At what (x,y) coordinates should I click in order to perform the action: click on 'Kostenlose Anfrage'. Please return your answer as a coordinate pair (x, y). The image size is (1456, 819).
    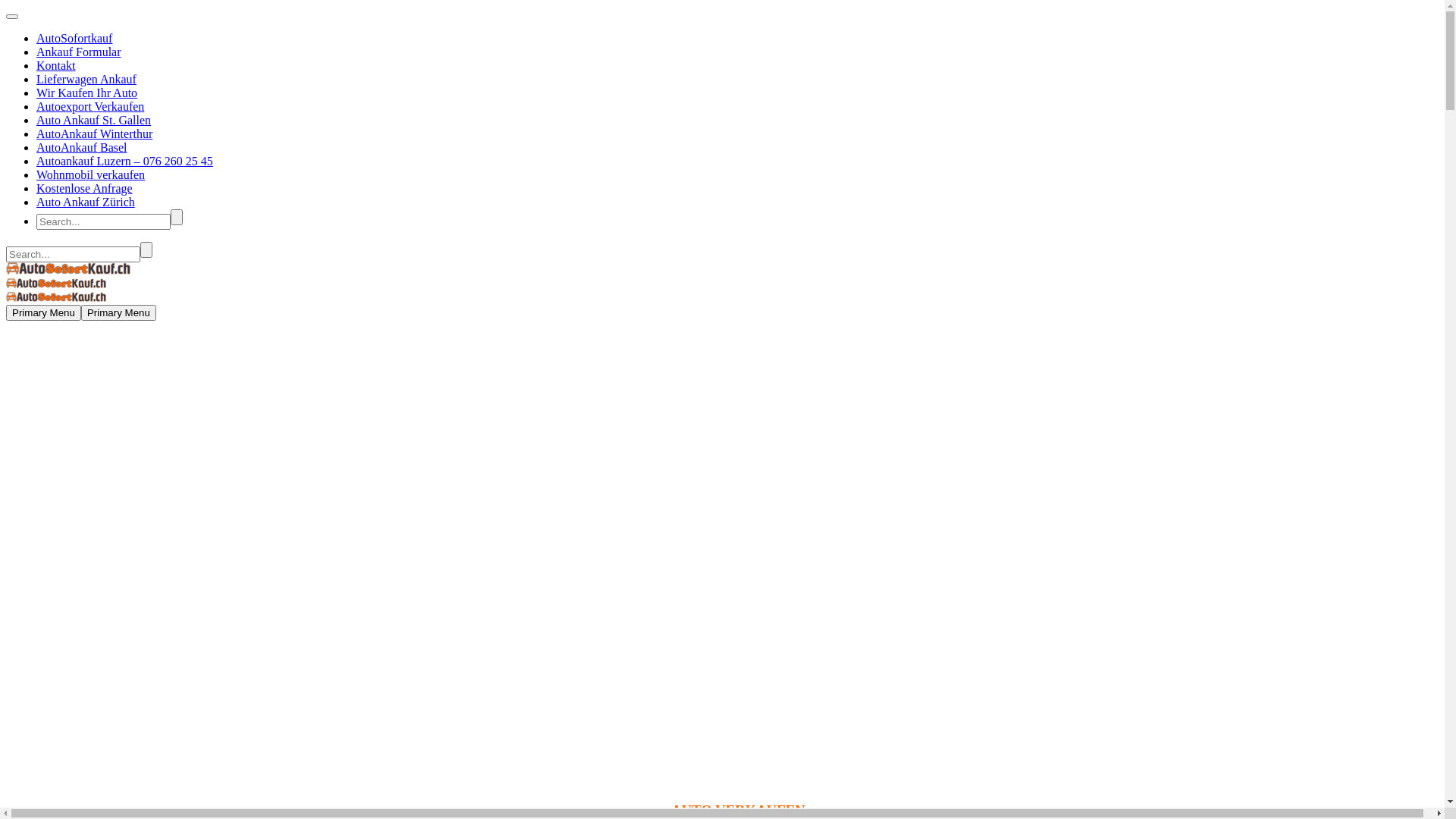
    Looking at the image, I should click on (36, 187).